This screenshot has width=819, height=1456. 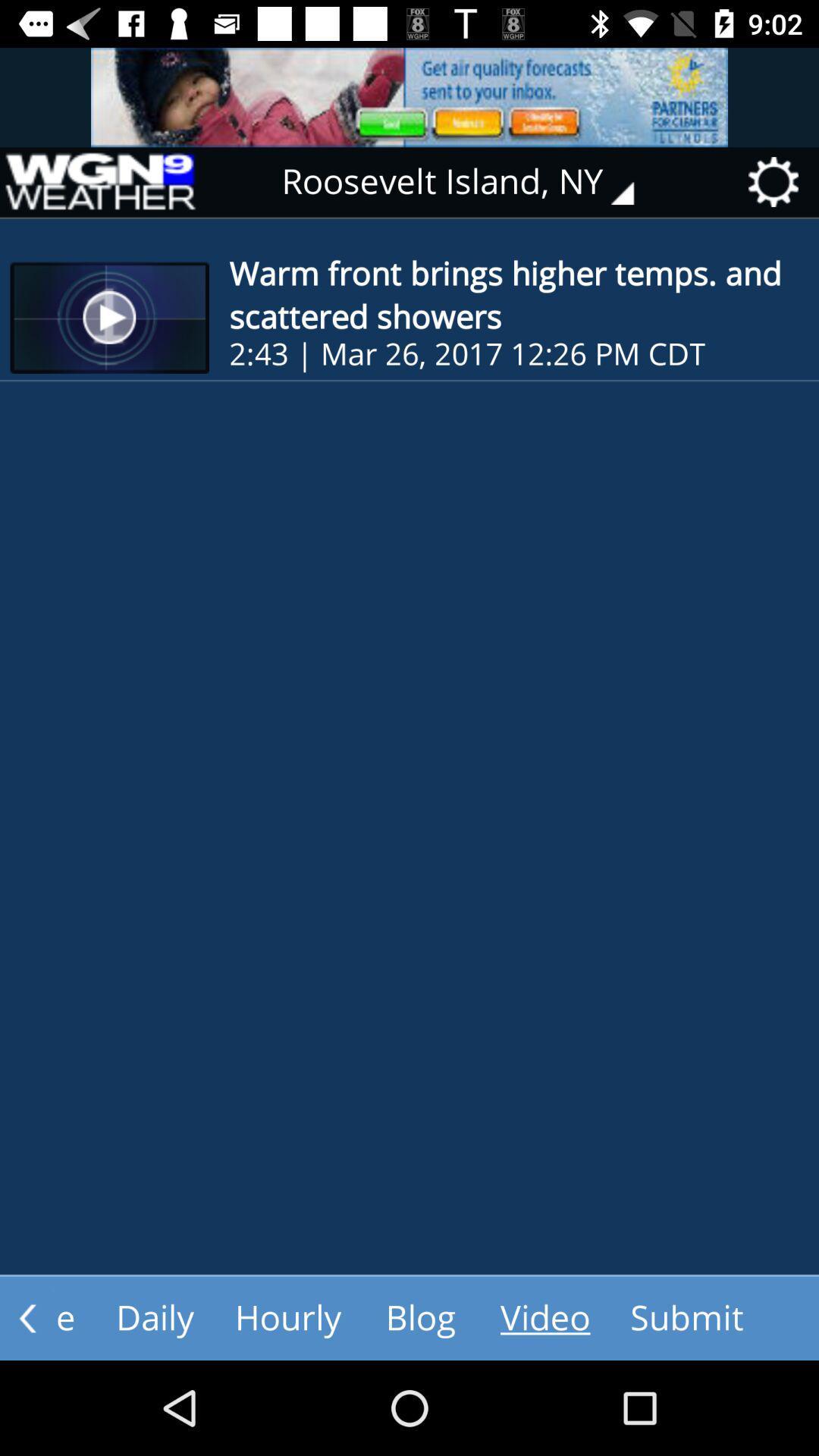 What do you see at coordinates (109, 316) in the screenshot?
I see `the first thumbnail of the page` at bounding box center [109, 316].